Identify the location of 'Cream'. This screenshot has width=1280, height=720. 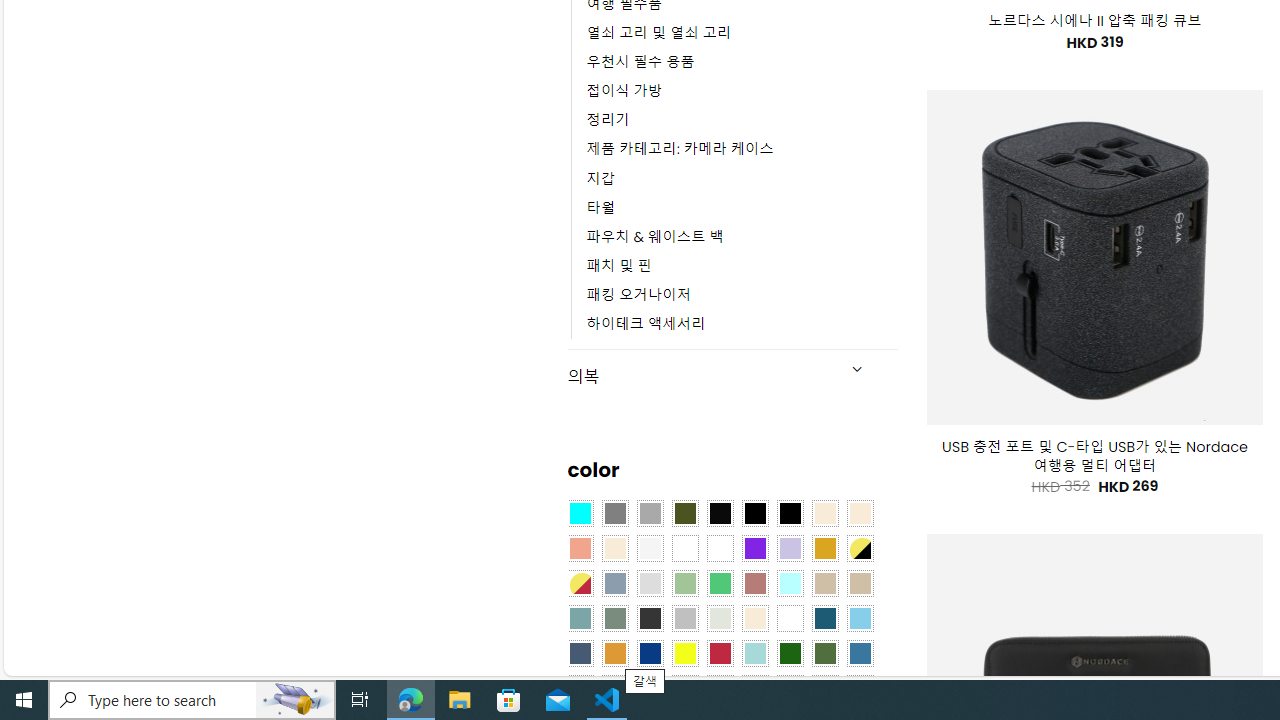
(614, 549).